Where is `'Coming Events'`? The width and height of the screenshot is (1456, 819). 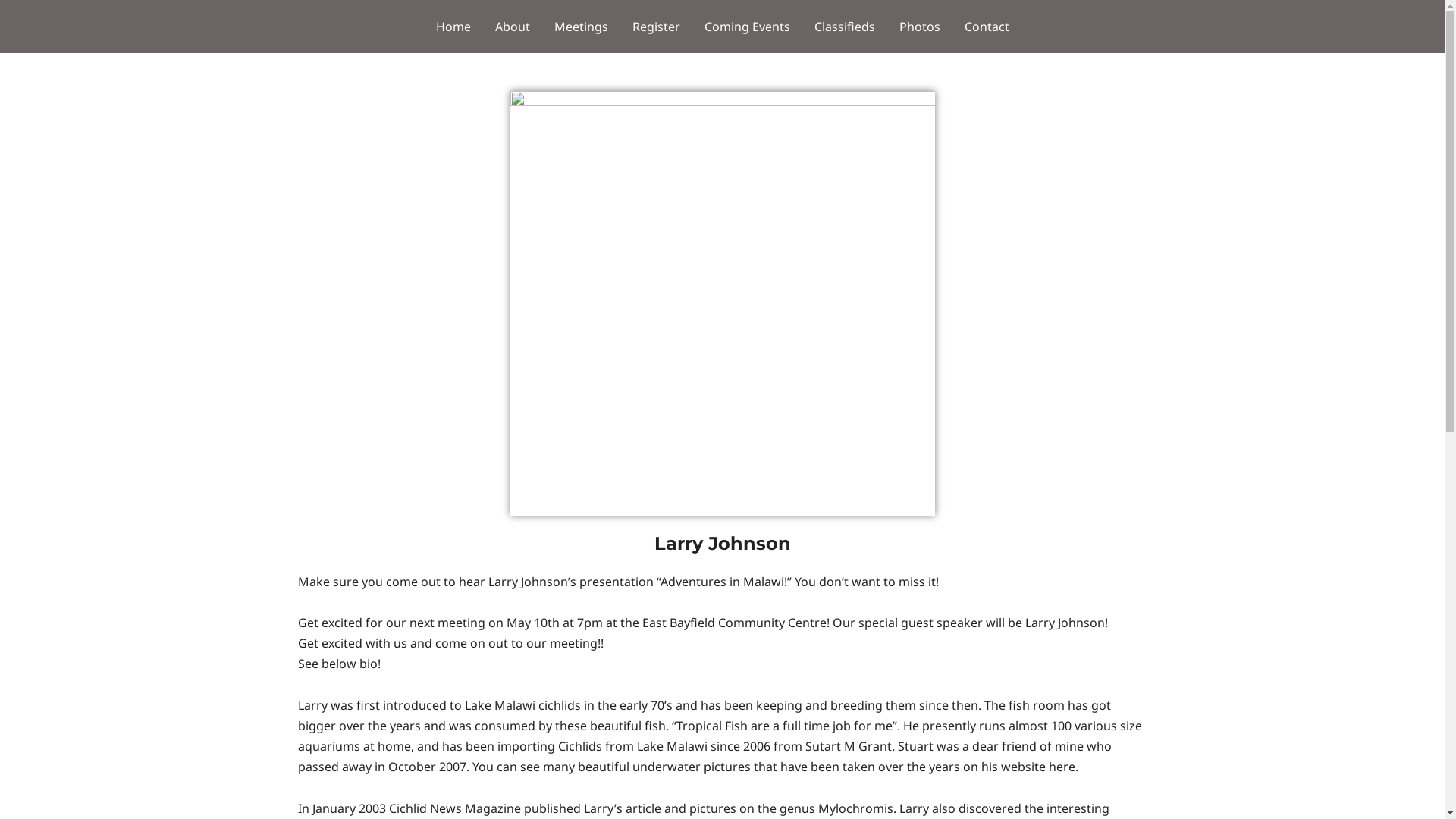 'Coming Events' is located at coordinates (746, 26).